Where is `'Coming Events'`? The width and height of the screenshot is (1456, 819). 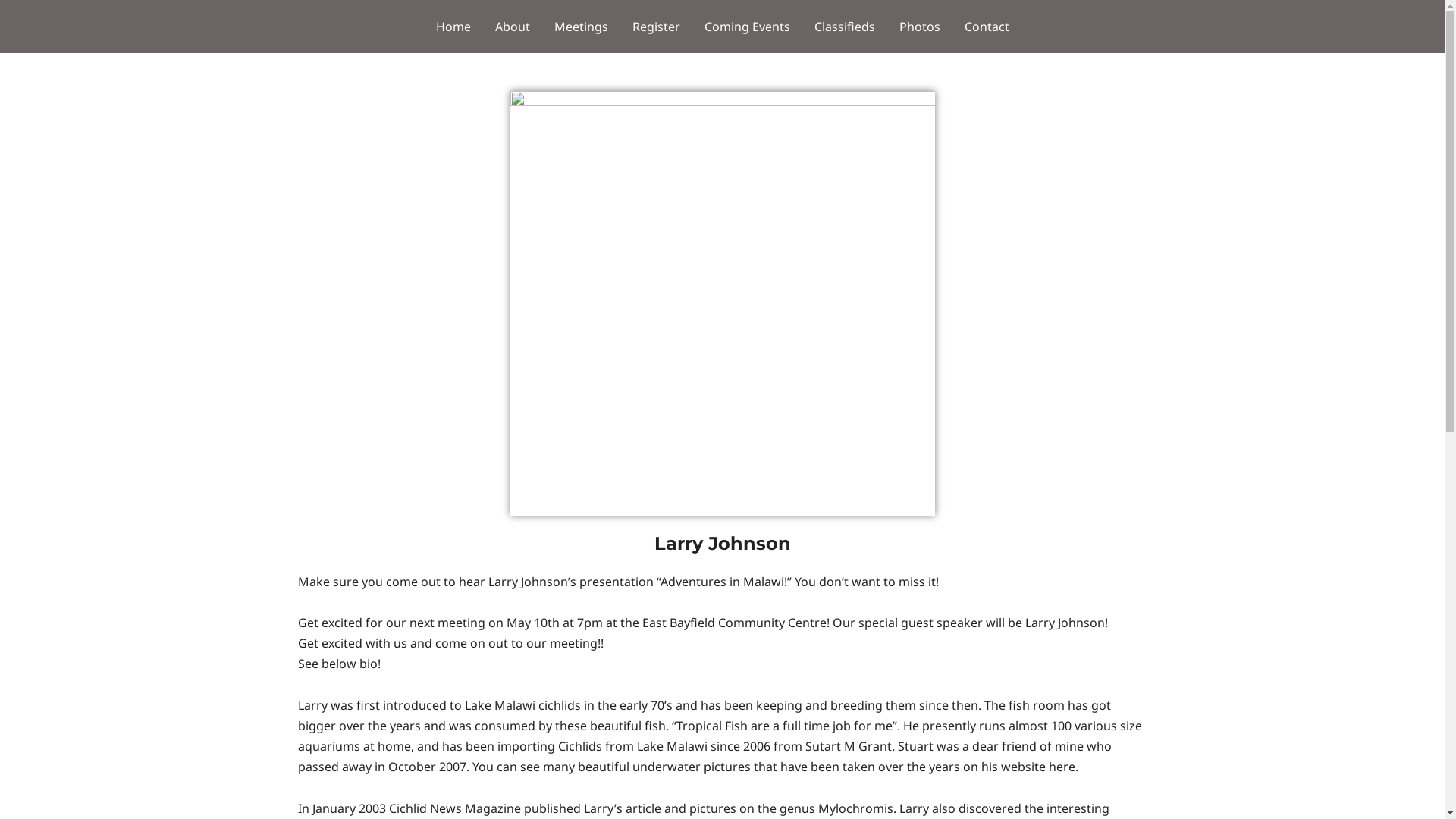 'Coming Events' is located at coordinates (746, 26).